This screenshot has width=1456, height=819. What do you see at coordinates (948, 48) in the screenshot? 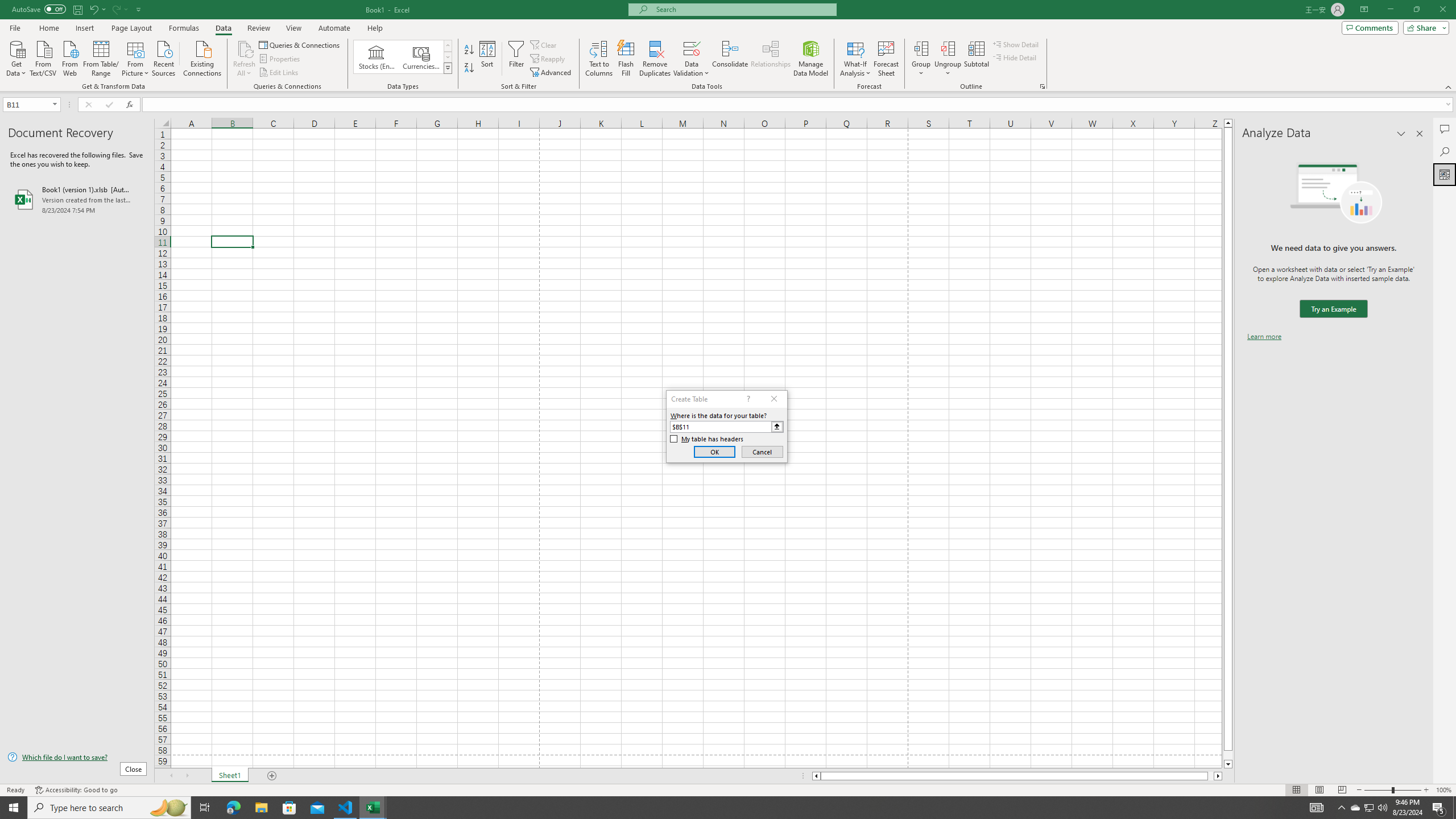
I see `'Ungroup...'` at bounding box center [948, 48].